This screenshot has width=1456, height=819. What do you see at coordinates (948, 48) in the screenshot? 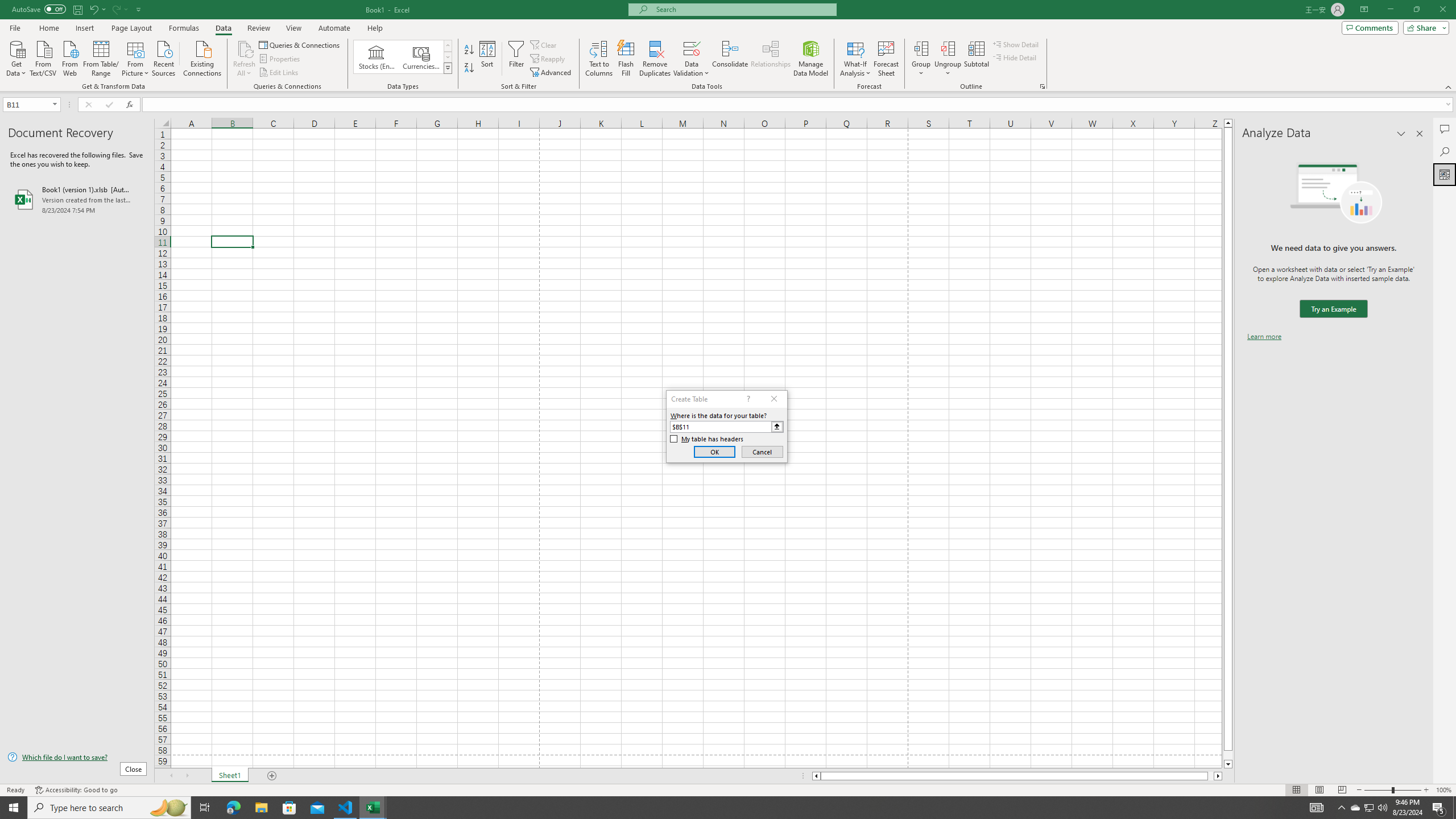
I see `'Ungroup...'` at bounding box center [948, 48].